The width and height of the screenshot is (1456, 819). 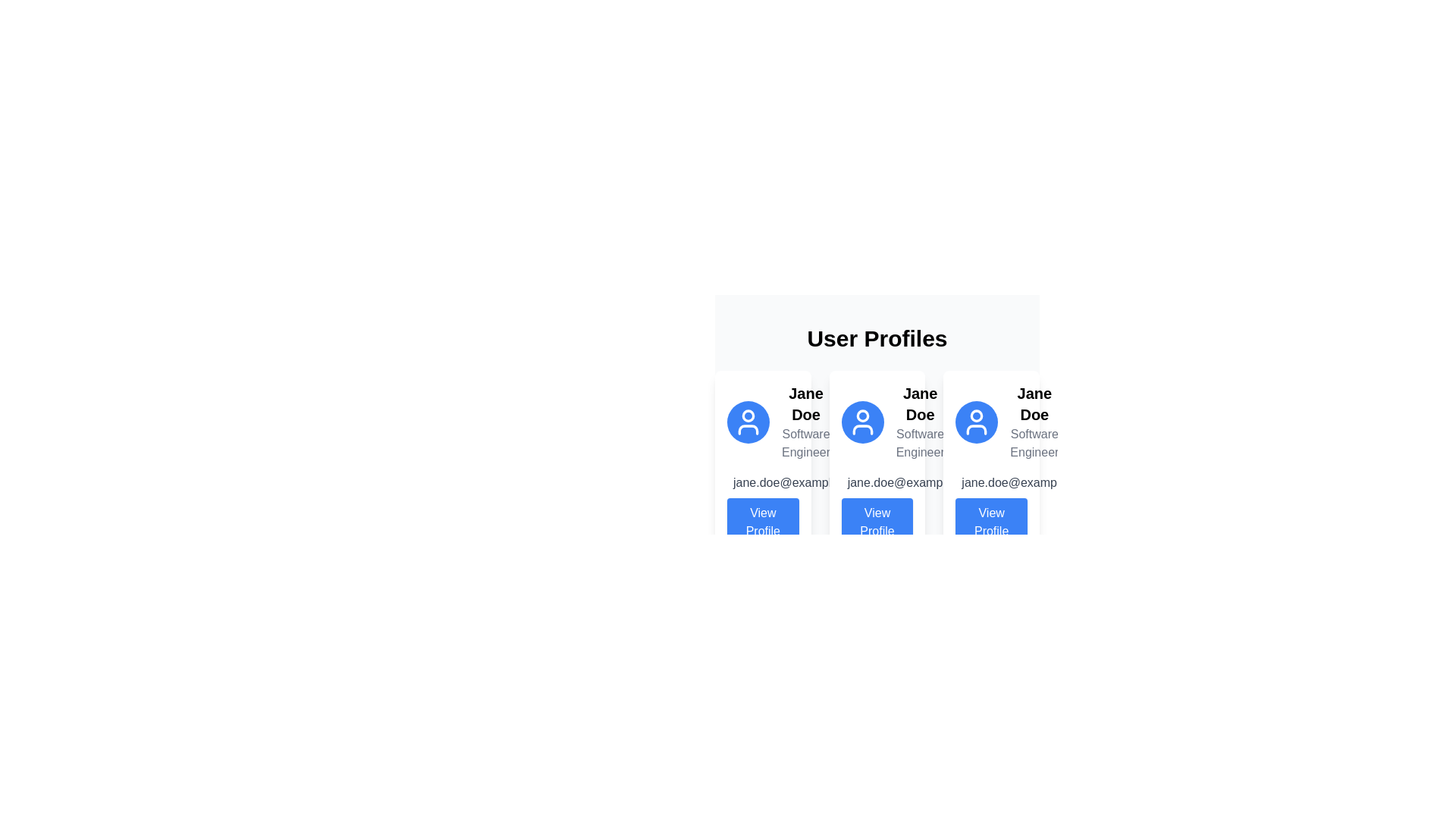 What do you see at coordinates (1034, 444) in the screenshot?
I see `the static text label conveying the professional title of the person in the profile, located beneath 'Jane Doe' and above the email address in the third profile card` at bounding box center [1034, 444].